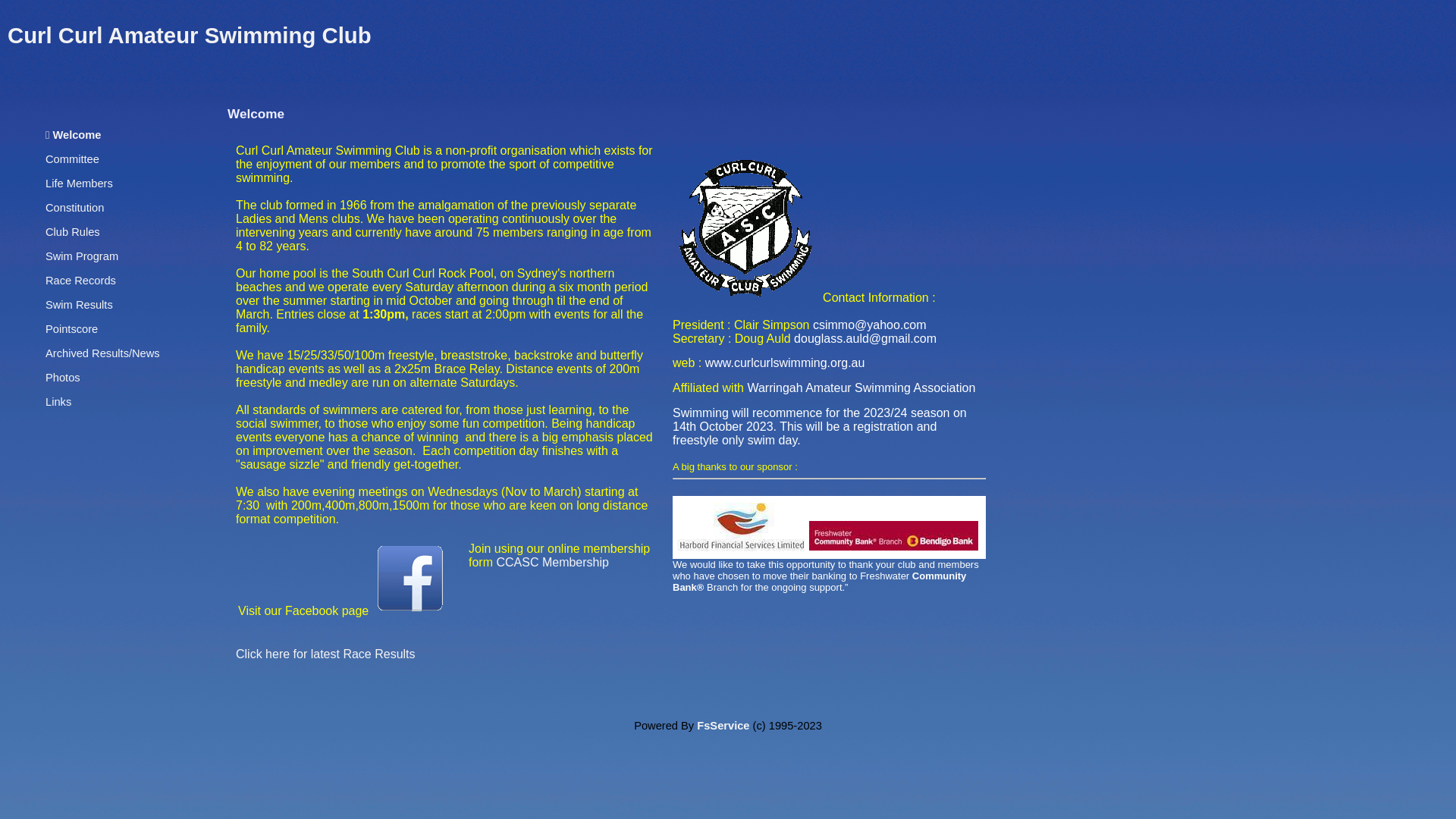 The width and height of the screenshot is (1456, 819). What do you see at coordinates (78, 183) in the screenshot?
I see `'Life Members'` at bounding box center [78, 183].